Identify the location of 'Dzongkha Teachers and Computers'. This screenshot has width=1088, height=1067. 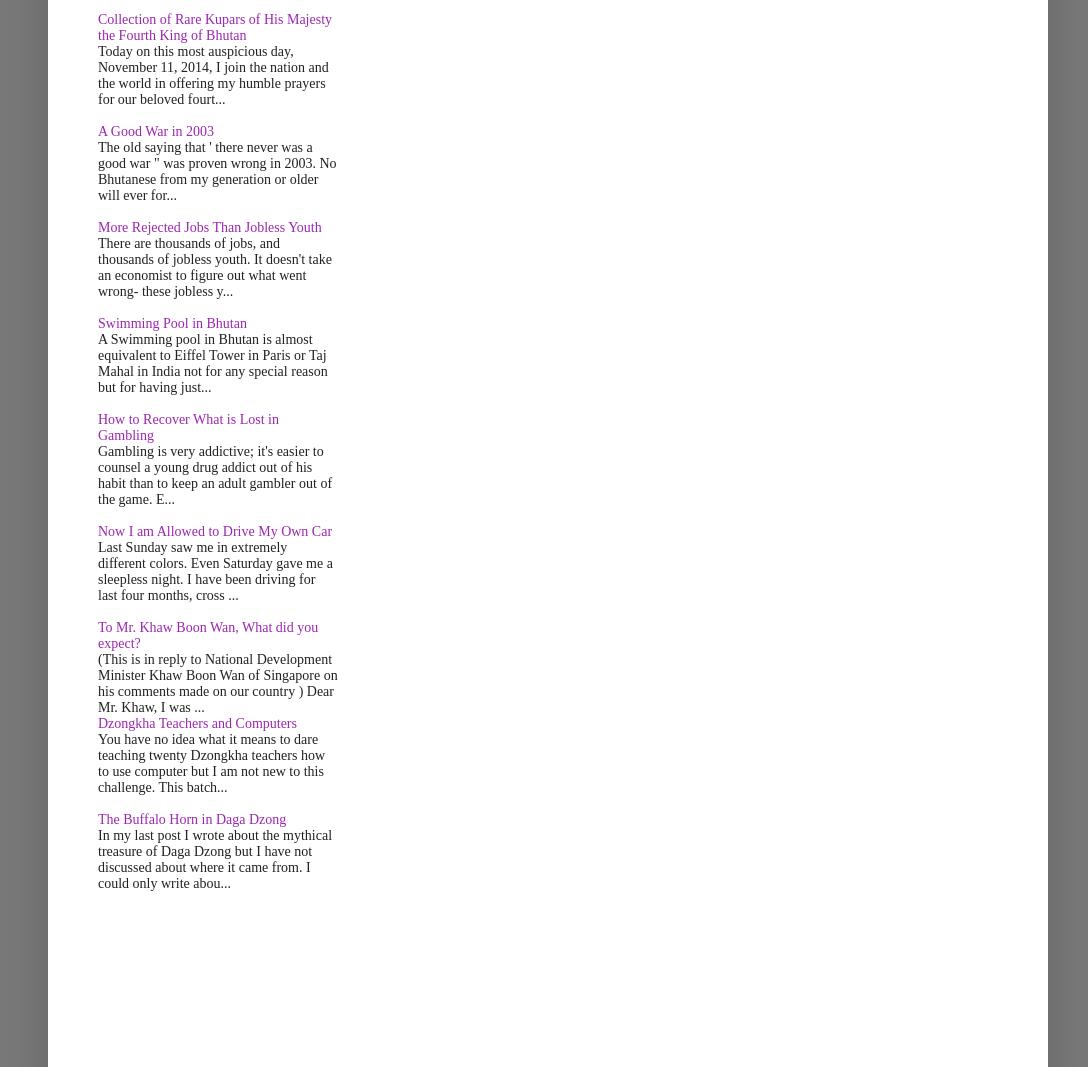
(196, 722).